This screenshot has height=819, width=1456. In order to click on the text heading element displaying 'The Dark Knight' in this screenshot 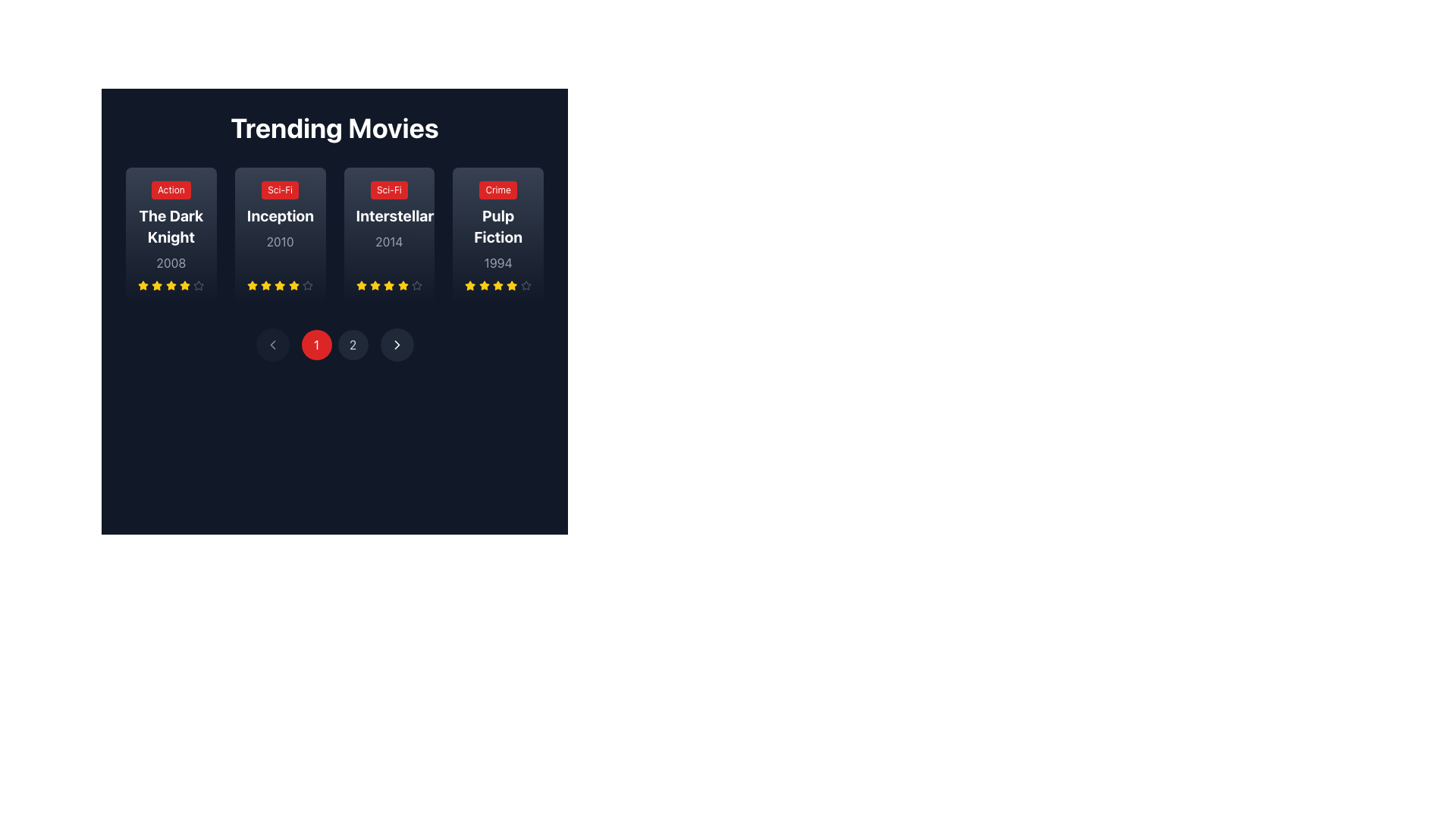, I will do `click(171, 227)`.